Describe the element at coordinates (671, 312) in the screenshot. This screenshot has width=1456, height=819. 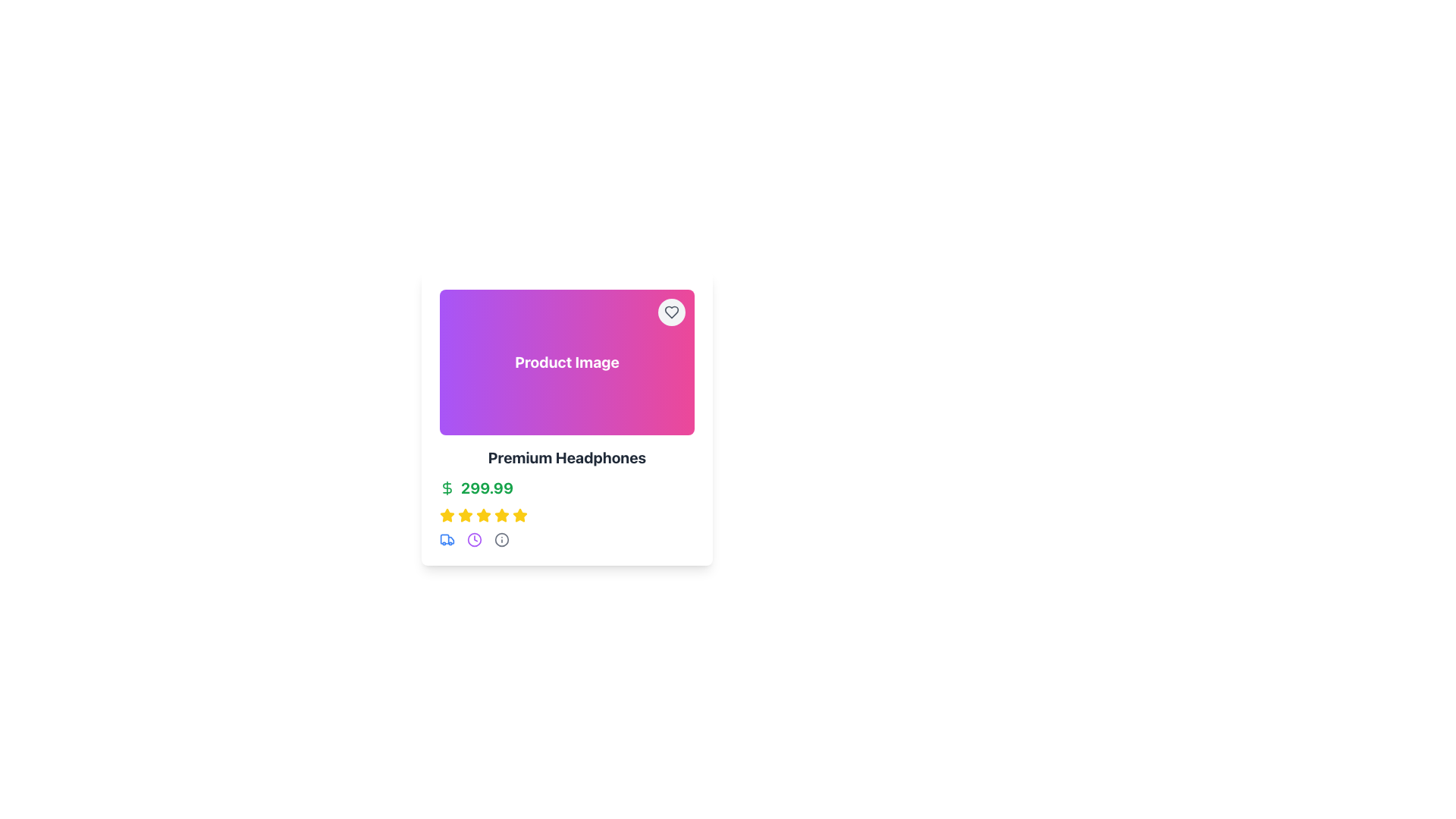
I see `the heart icon button located in the top-right corner of the product card to mark the product as a favorite` at that location.